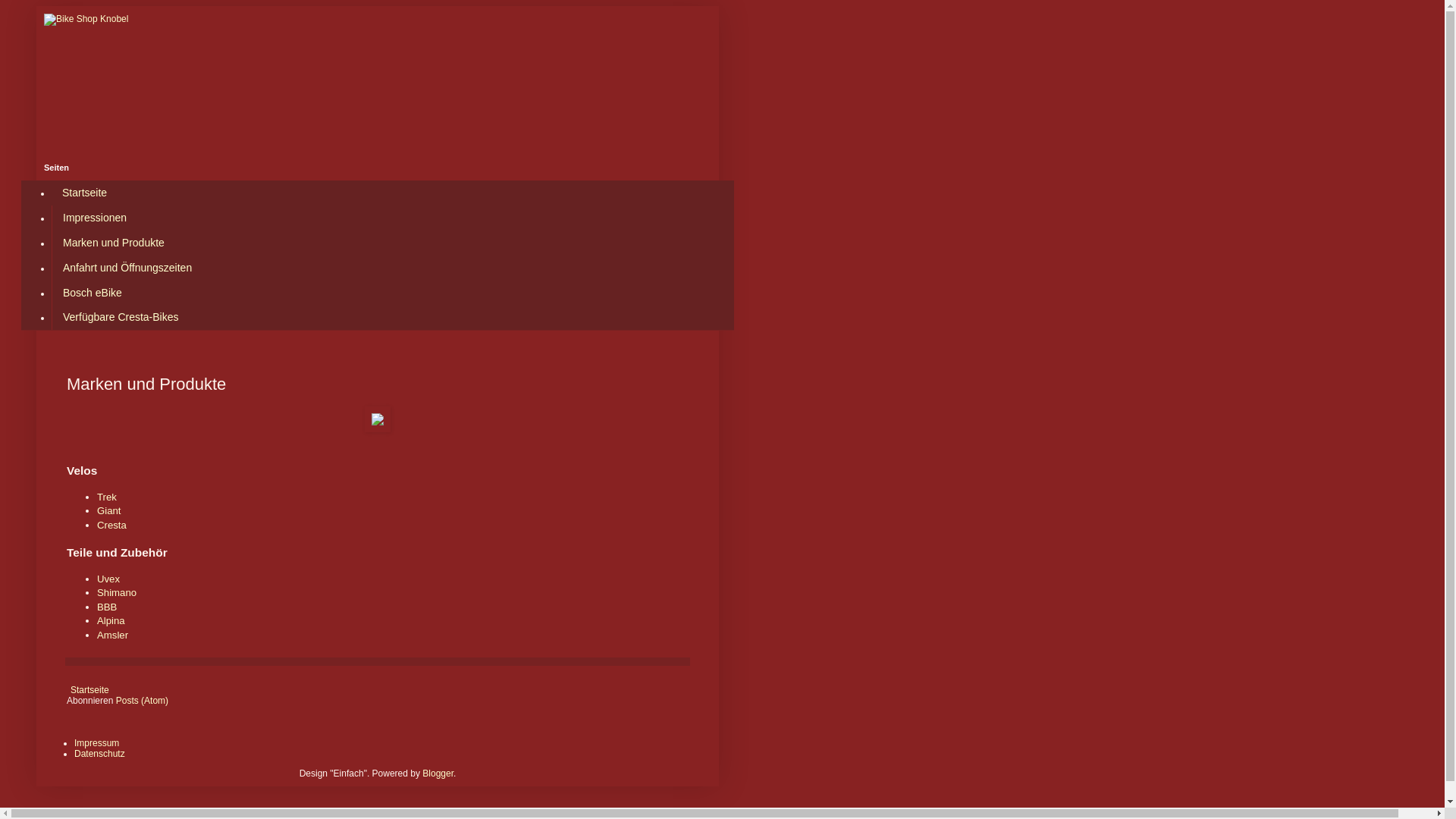  What do you see at coordinates (96, 742) in the screenshot?
I see `'Impressum'` at bounding box center [96, 742].